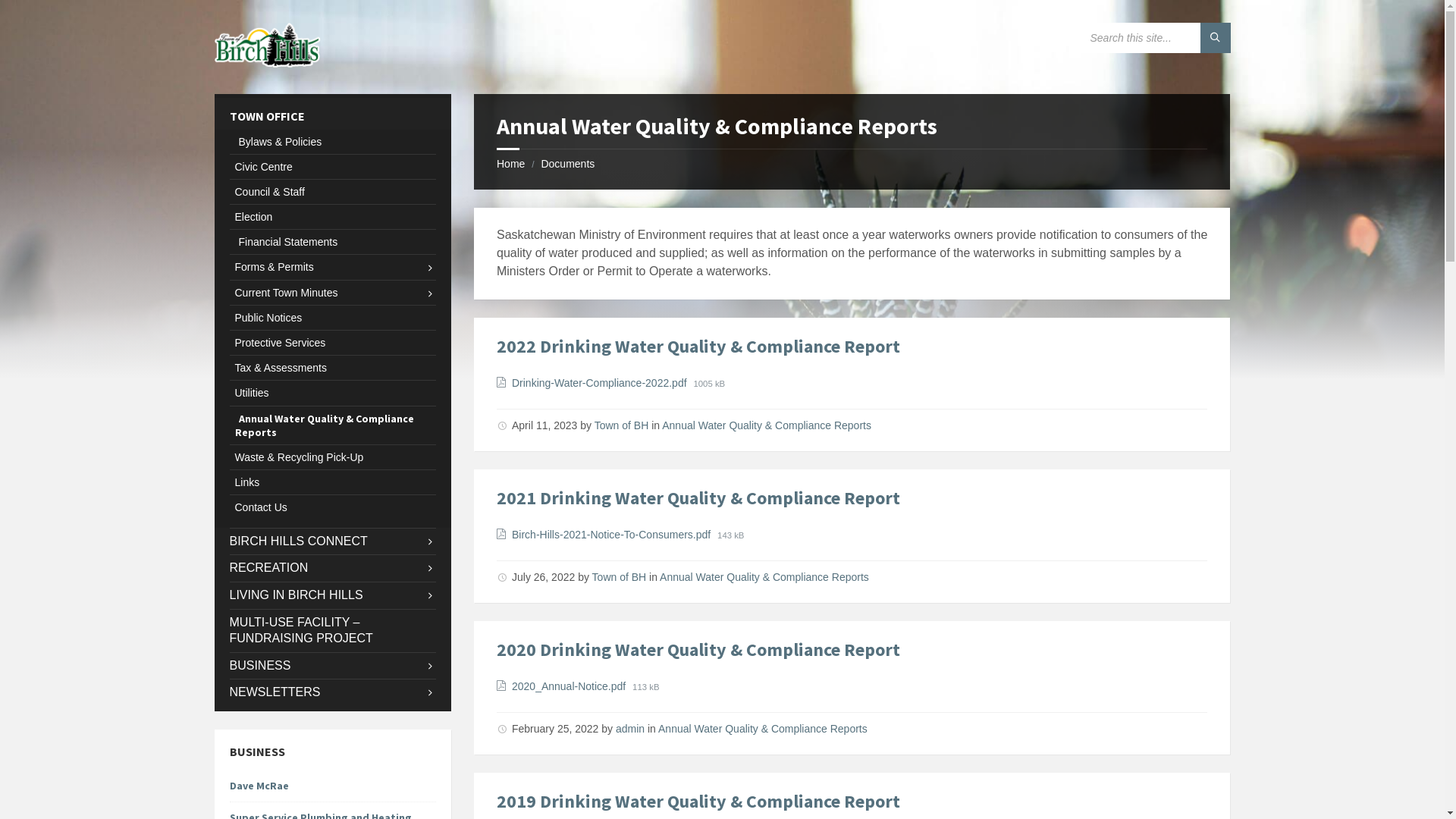 This screenshot has height=819, width=1456. What do you see at coordinates (331, 342) in the screenshot?
I see `'Protective Services'` at bounding box center [331, 342].